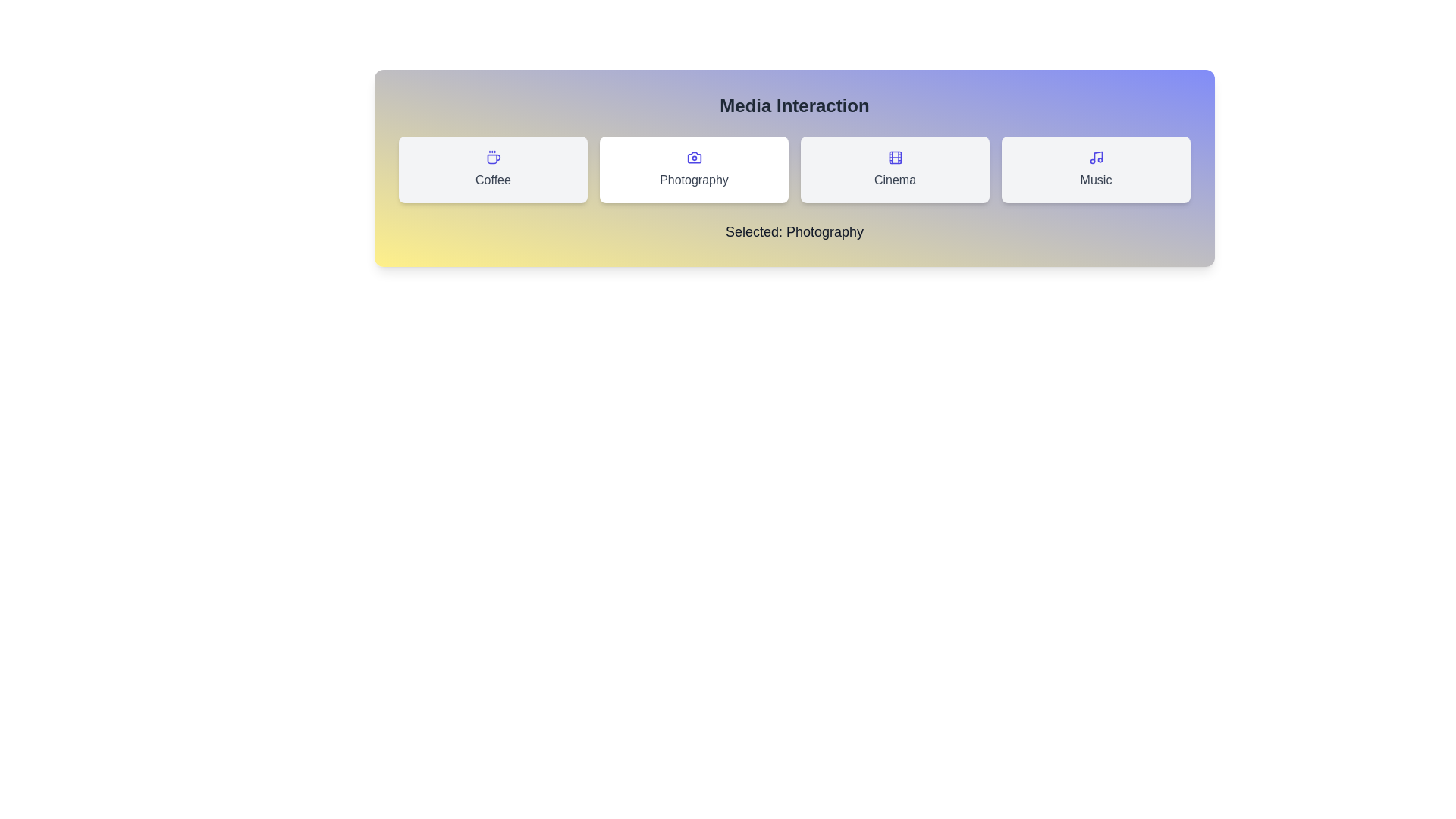 Image resolution: width=1456 pixels, height=819 pixels. I want to click on the text label that describes the 'Coffee' category, which is positioned below the corresponding icon in its card, so click(493, 180).